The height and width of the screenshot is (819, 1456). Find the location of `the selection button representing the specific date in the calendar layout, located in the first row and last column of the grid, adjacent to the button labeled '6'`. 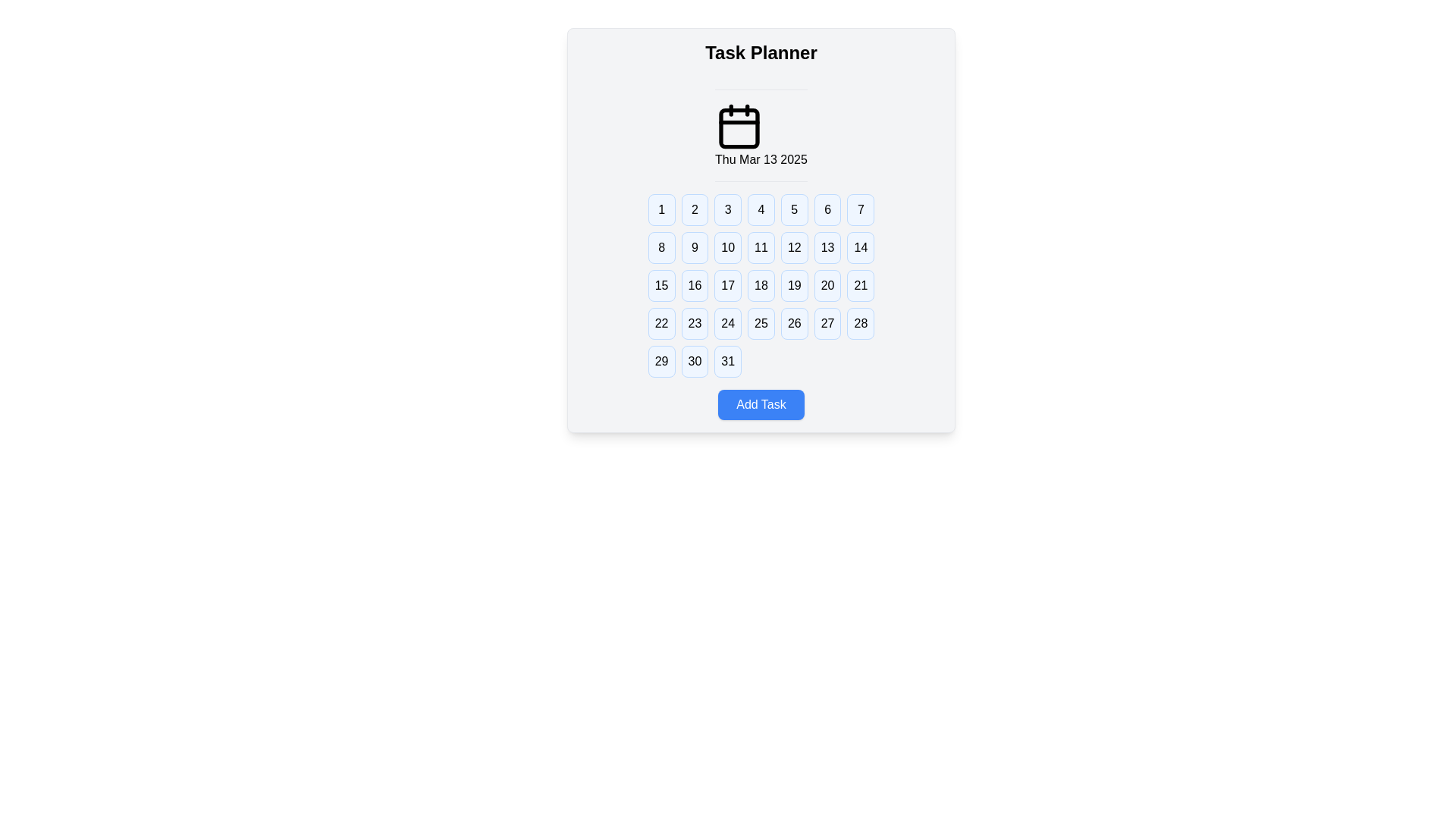

the selection button representing the specific date in the calendar layout, located in the first row and last column of the grid, adjacent to the button labeled '6' is located at coordinates (861, 210).